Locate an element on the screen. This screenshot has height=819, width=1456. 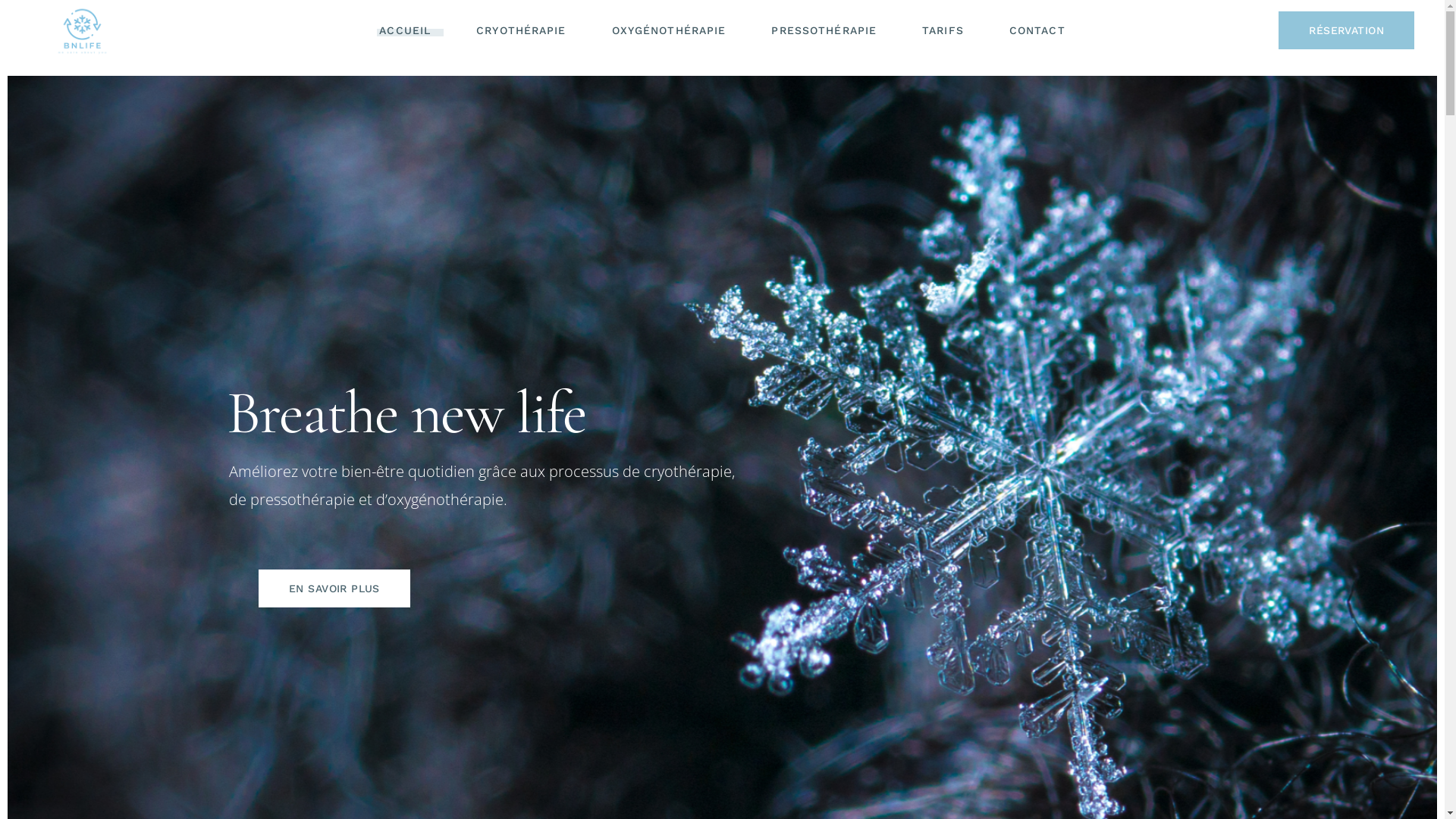
'TARIFS' is located at coordinates (942, 30).